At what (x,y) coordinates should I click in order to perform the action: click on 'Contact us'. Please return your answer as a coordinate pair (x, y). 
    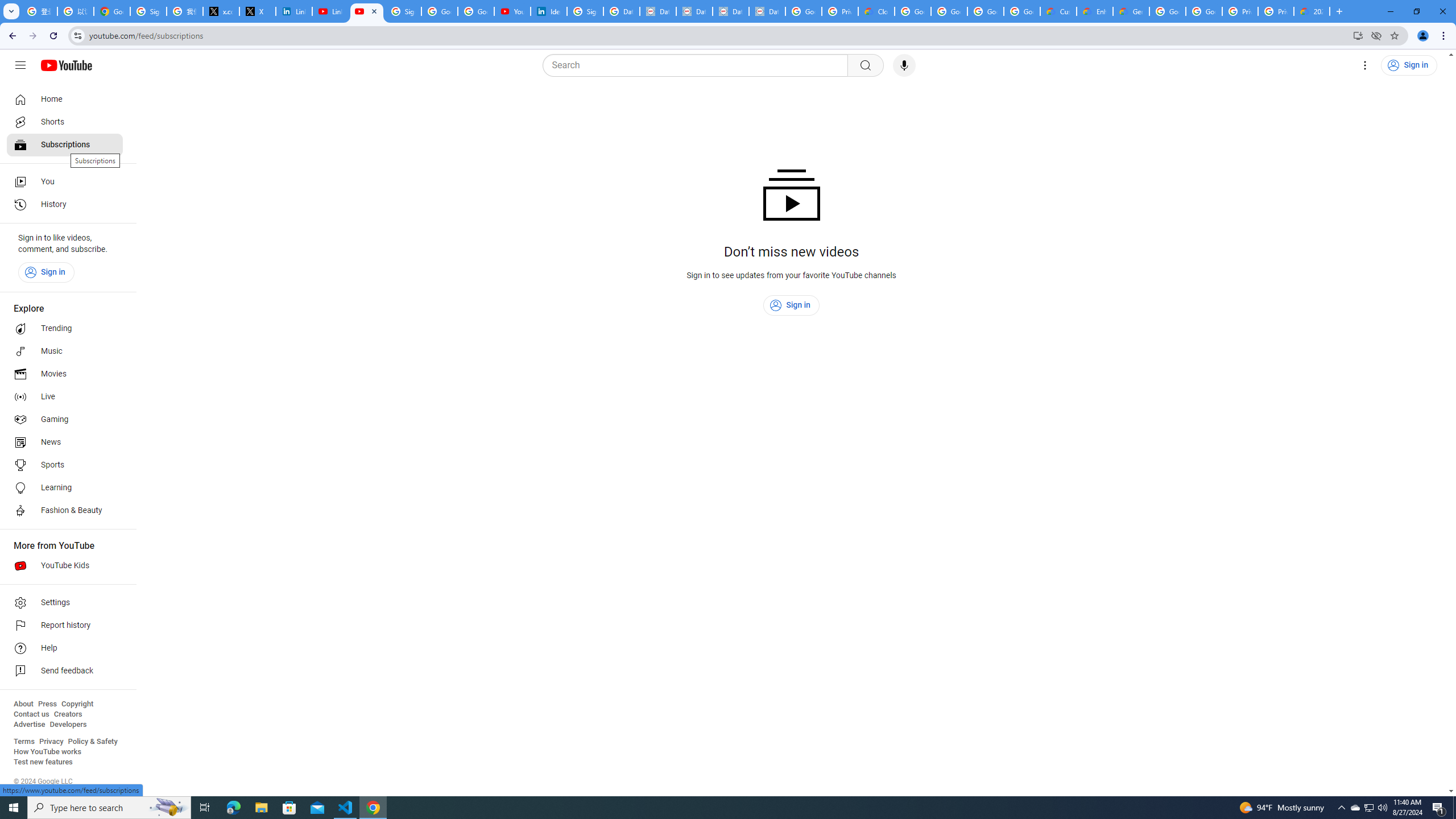
    Looking at the image, I should click on (31, 714).